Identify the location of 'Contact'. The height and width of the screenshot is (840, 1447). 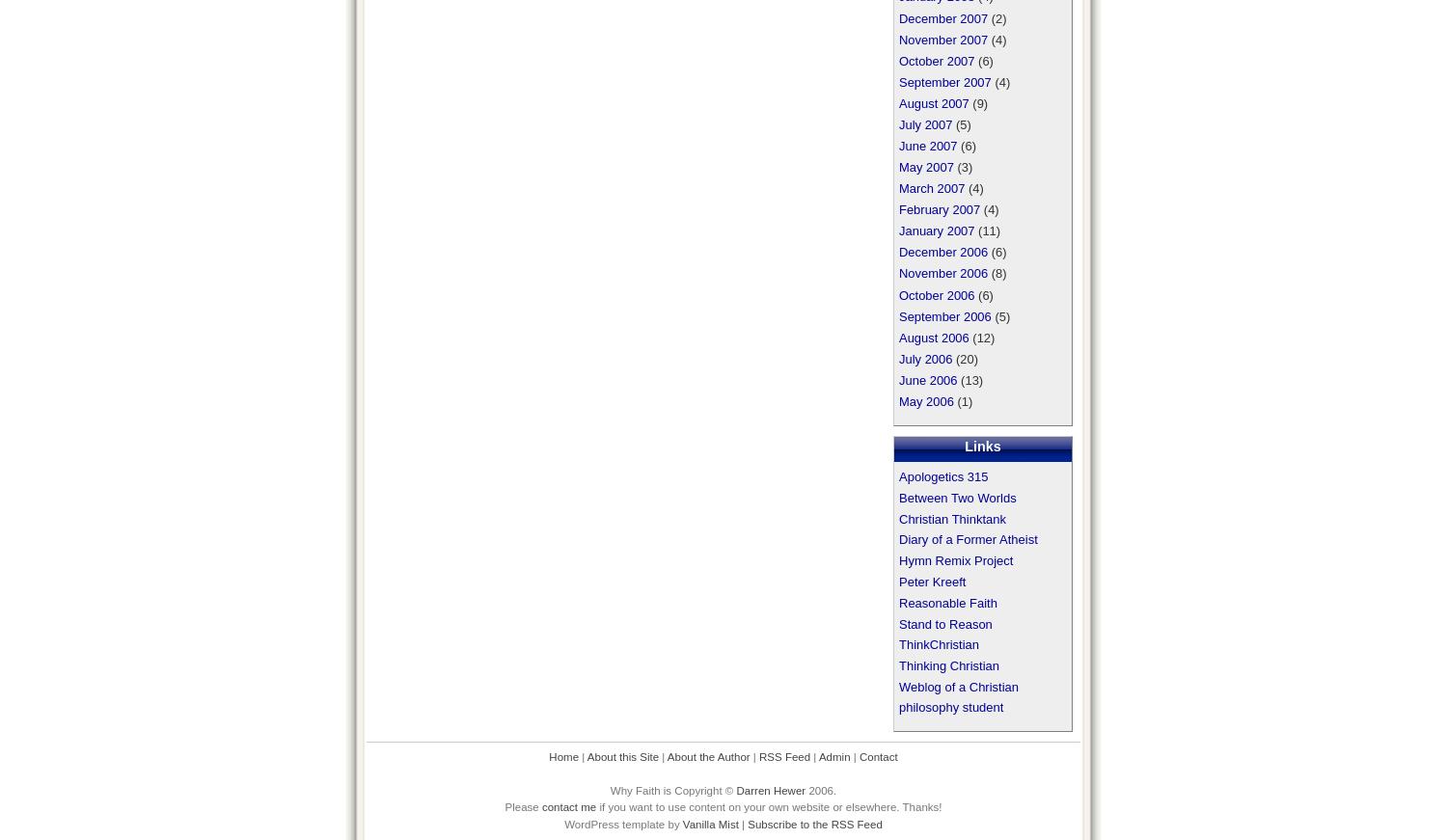
(878, 757).